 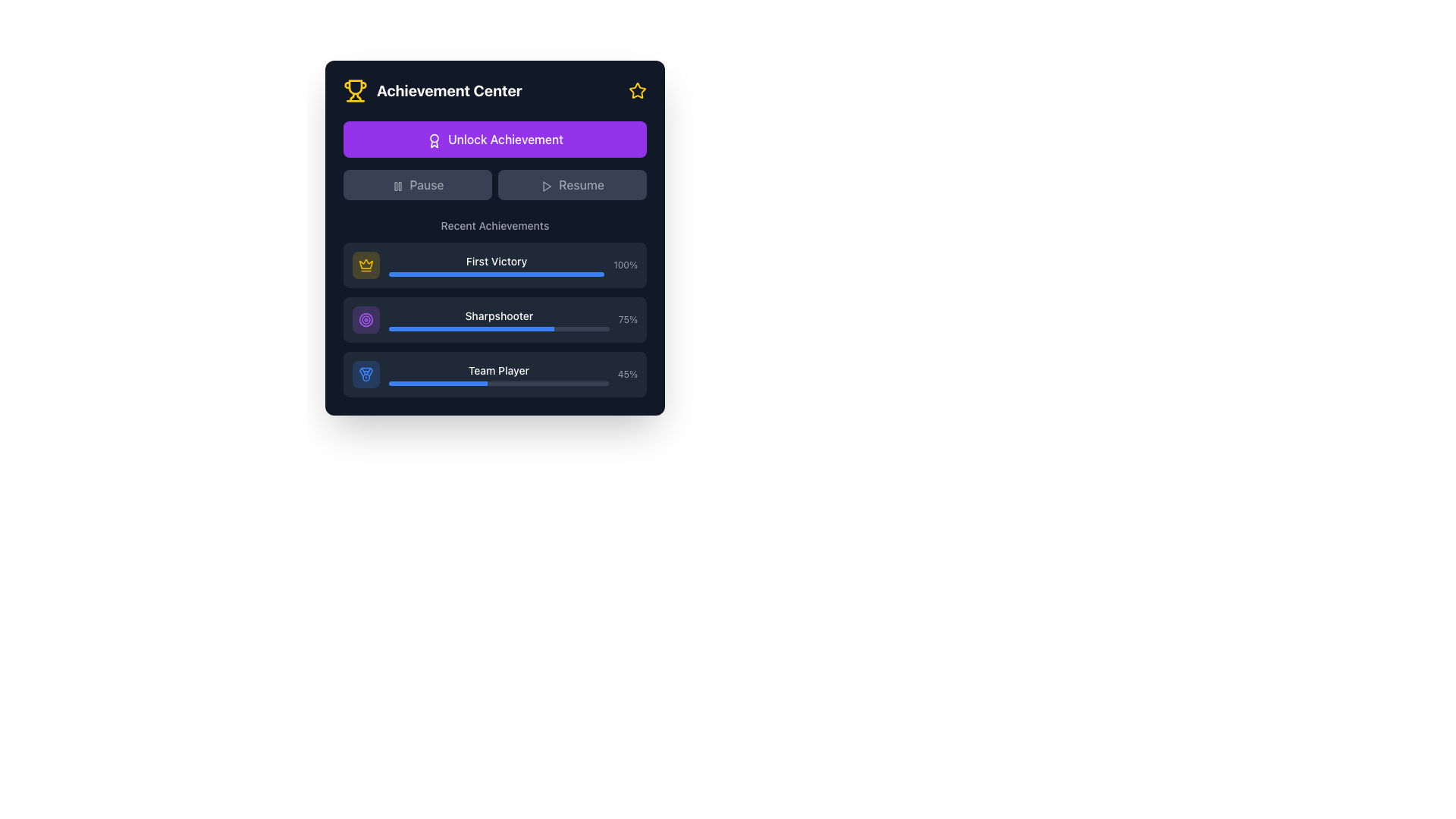 I want to click on the progress bar of the 'Team Player' achievement card, which is the third card in the vertical list of achievement cards in the 'Recent Achievements' section, so click(x=494, y=374).